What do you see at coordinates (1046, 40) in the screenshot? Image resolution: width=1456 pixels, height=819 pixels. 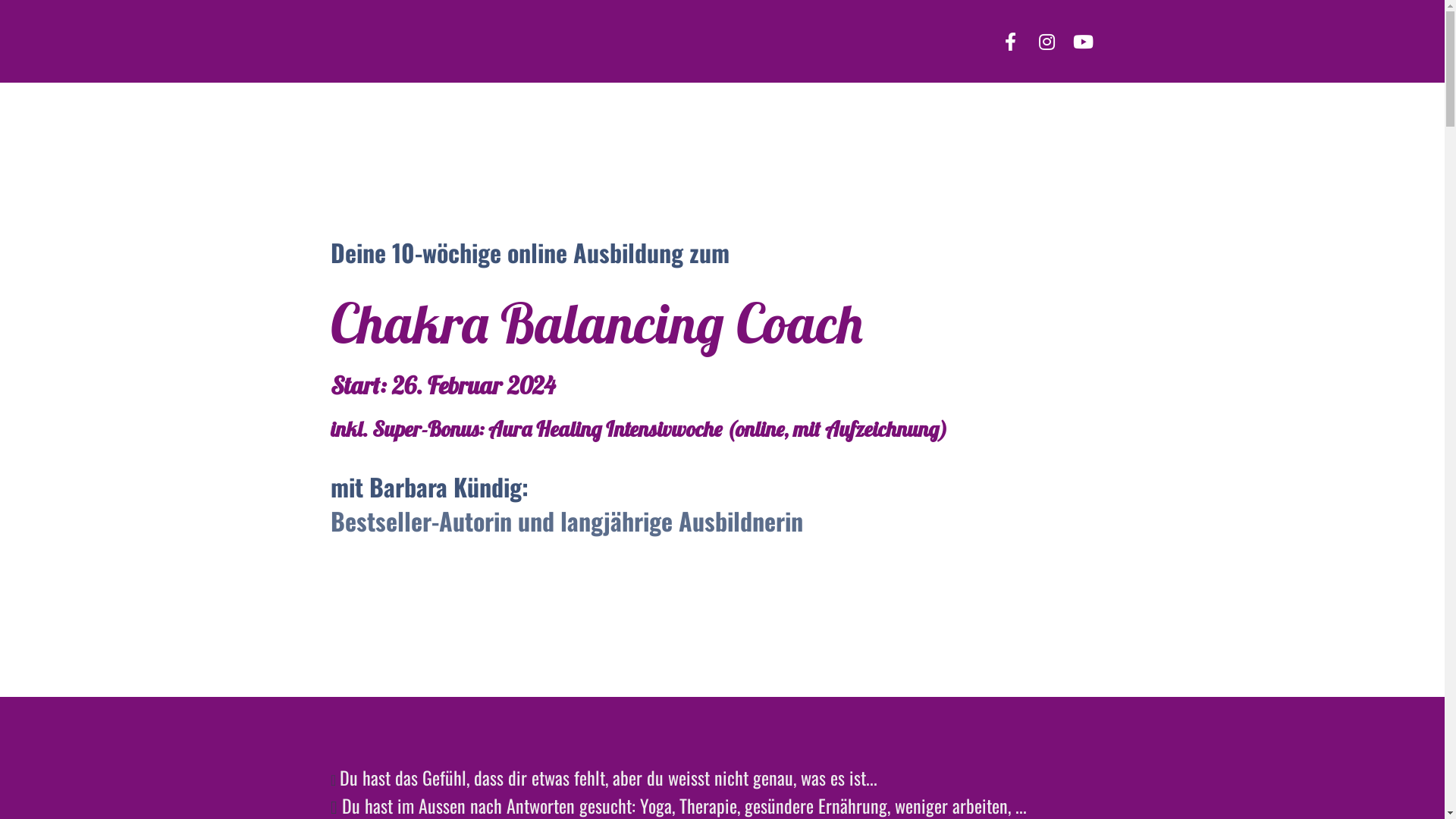 I see `'Share on Instagram'` at bounding box center [1046, 40].